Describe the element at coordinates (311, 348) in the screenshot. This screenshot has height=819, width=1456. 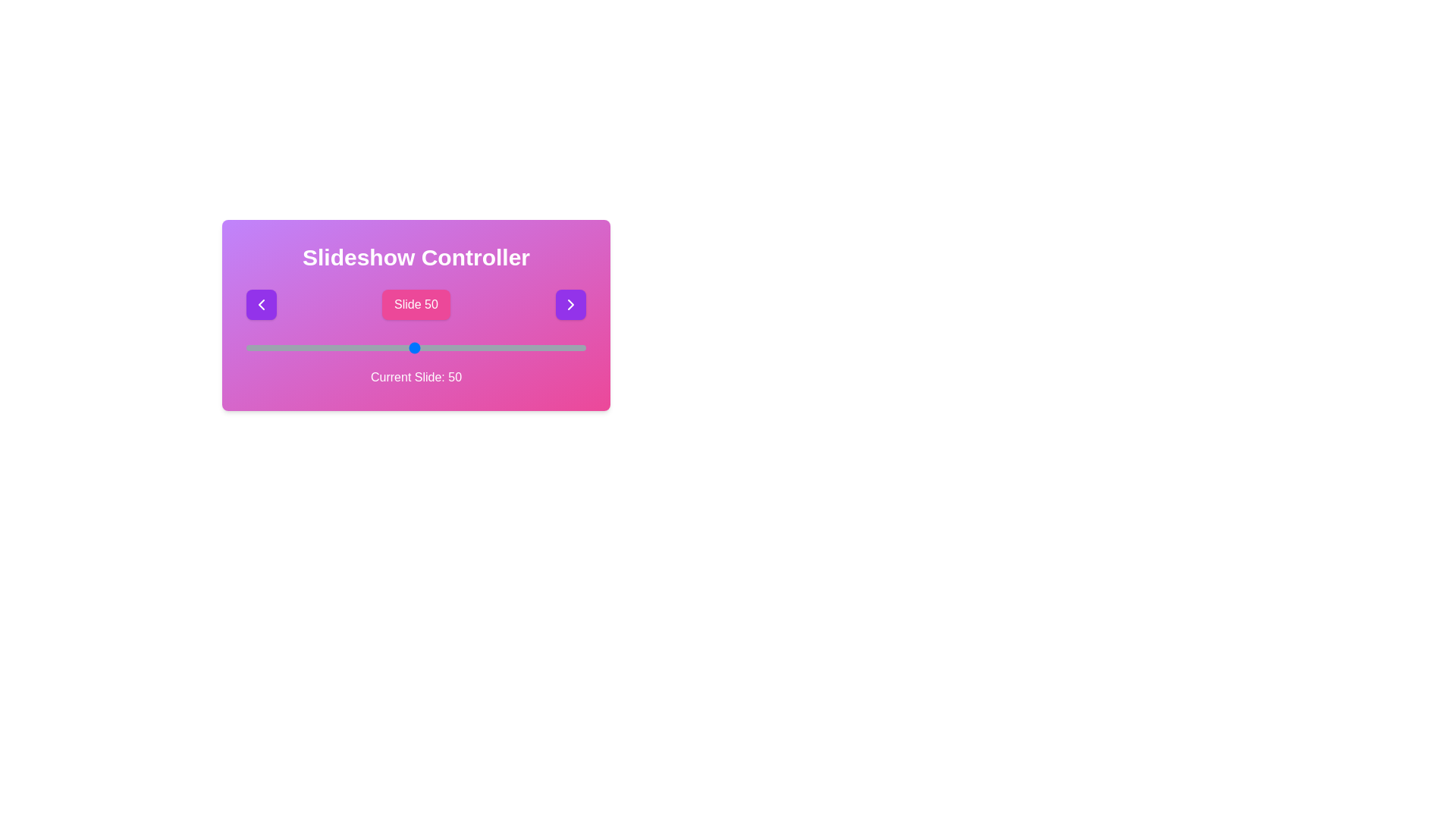
I see `the slider to select slide 20` at that location.